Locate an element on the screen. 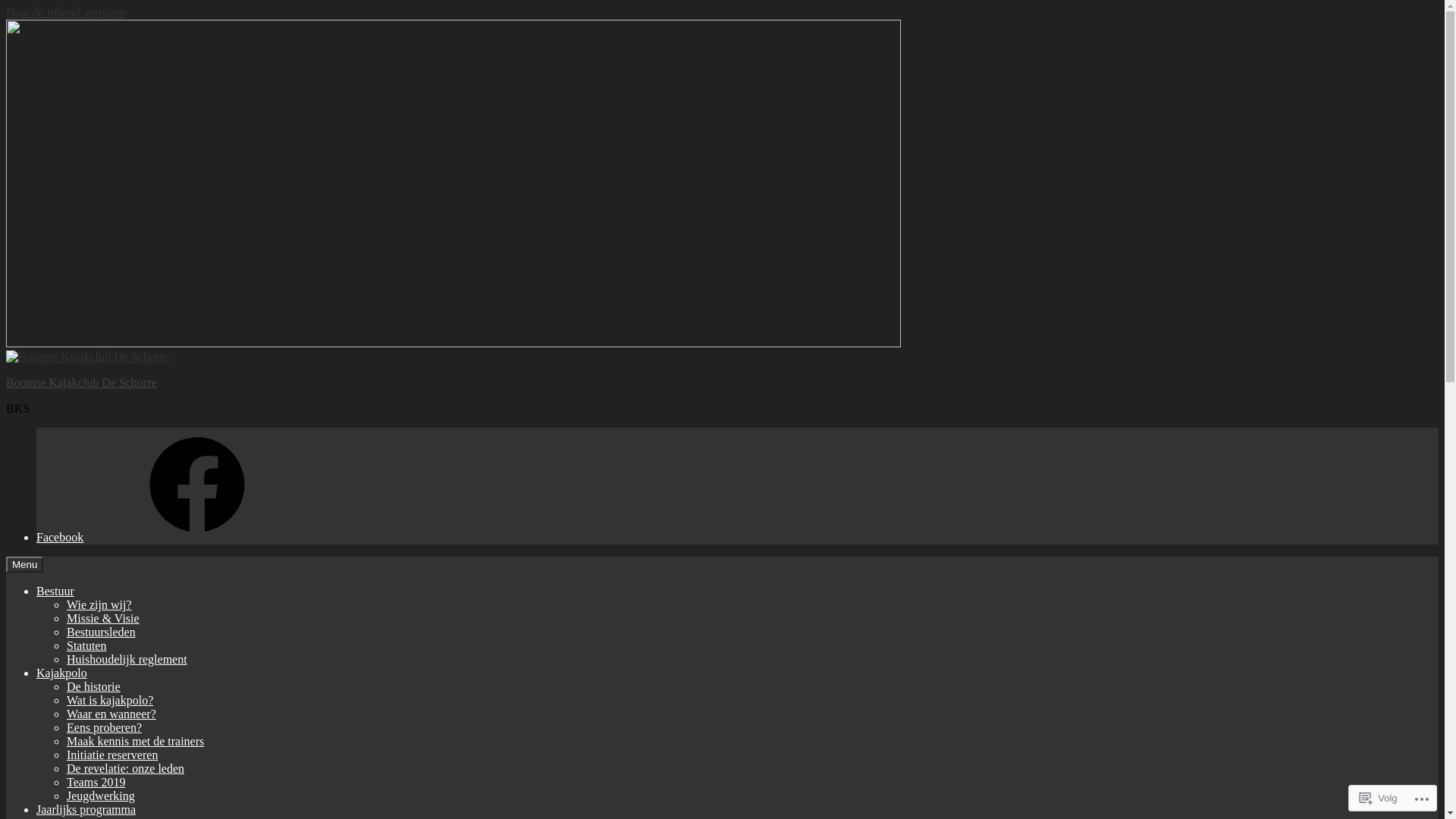  'Initiatie reserveren' is located at coordinates (65, 755).